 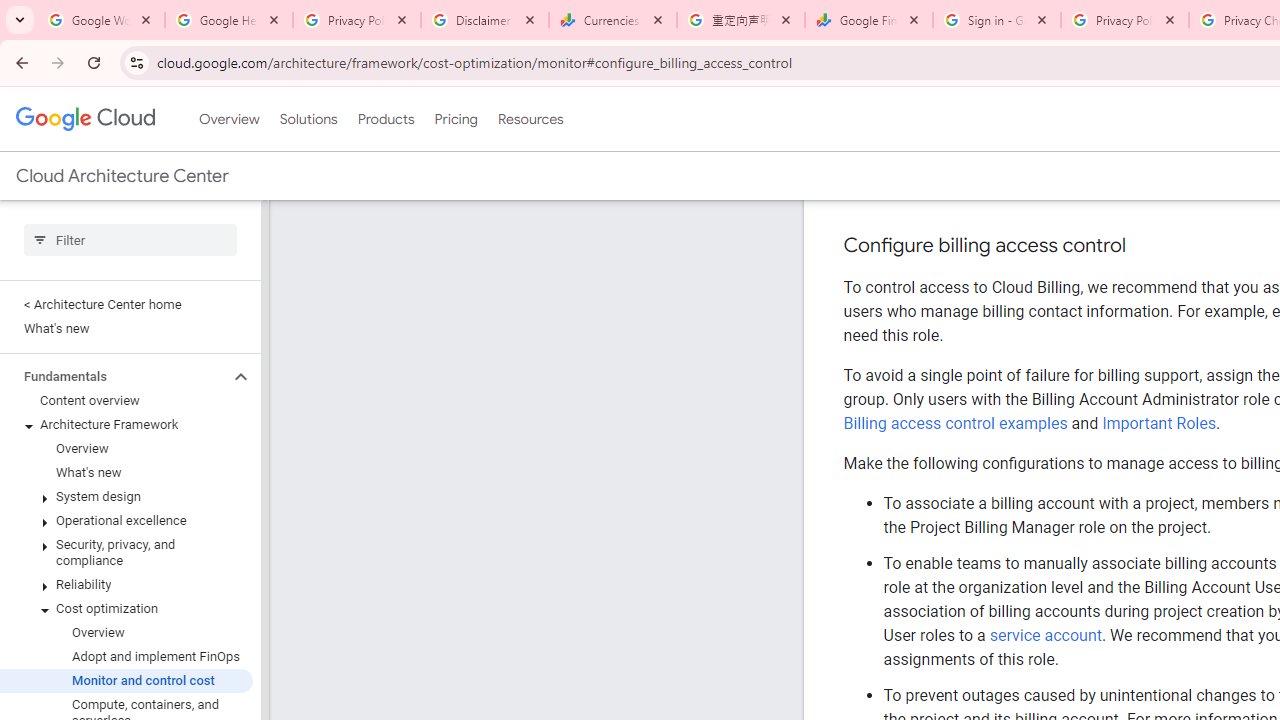 What do you see at coordinates (125, 496) in the screenshot?
I see `'System design'` at bounding box center [125, 496].